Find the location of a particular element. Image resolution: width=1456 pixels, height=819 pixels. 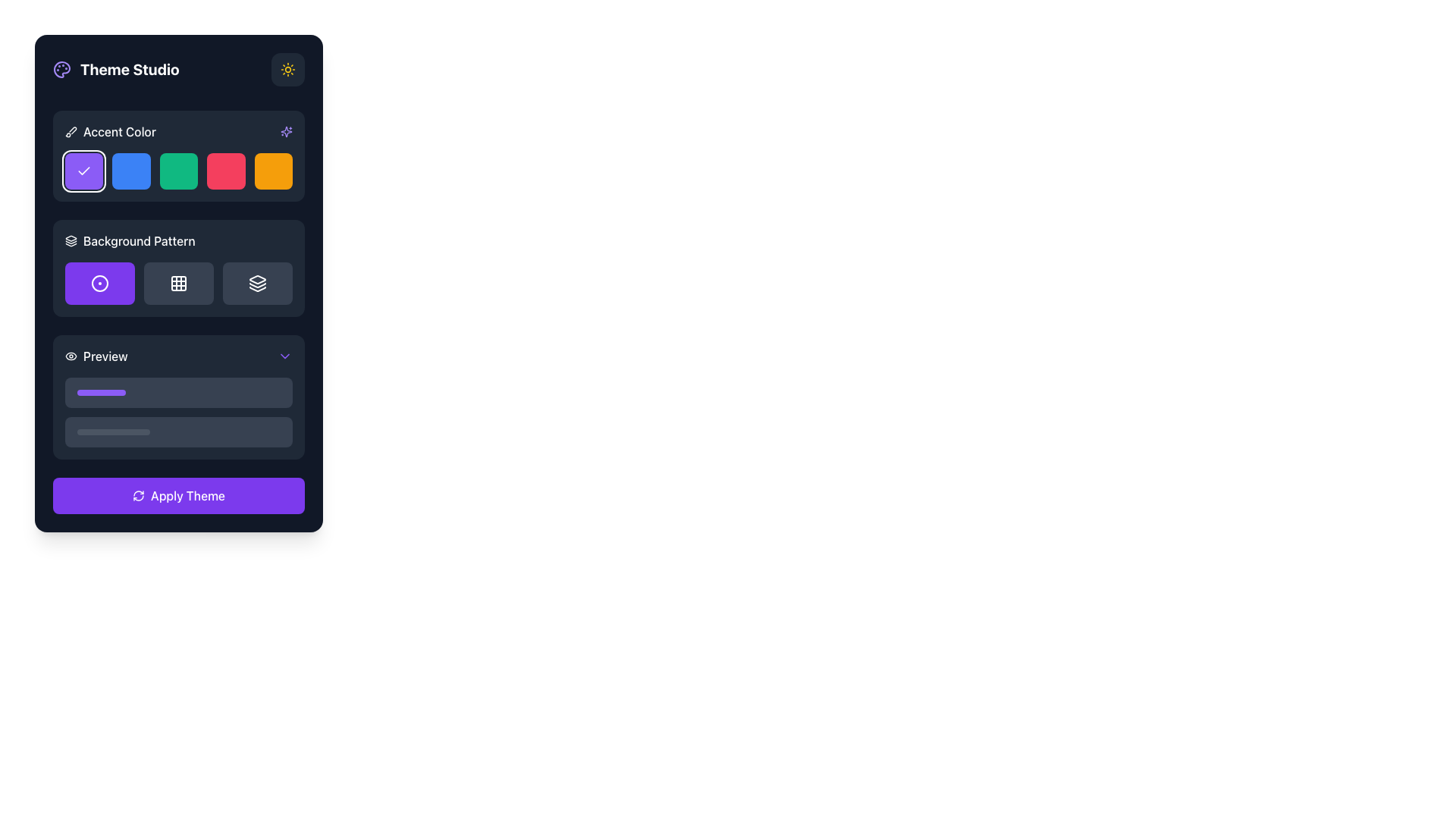

label 'Background Pattern' which is styled in white text on a dark background, positioned in the left-side panel under the 'Accent Color' section is located at coordinates (178, 240).